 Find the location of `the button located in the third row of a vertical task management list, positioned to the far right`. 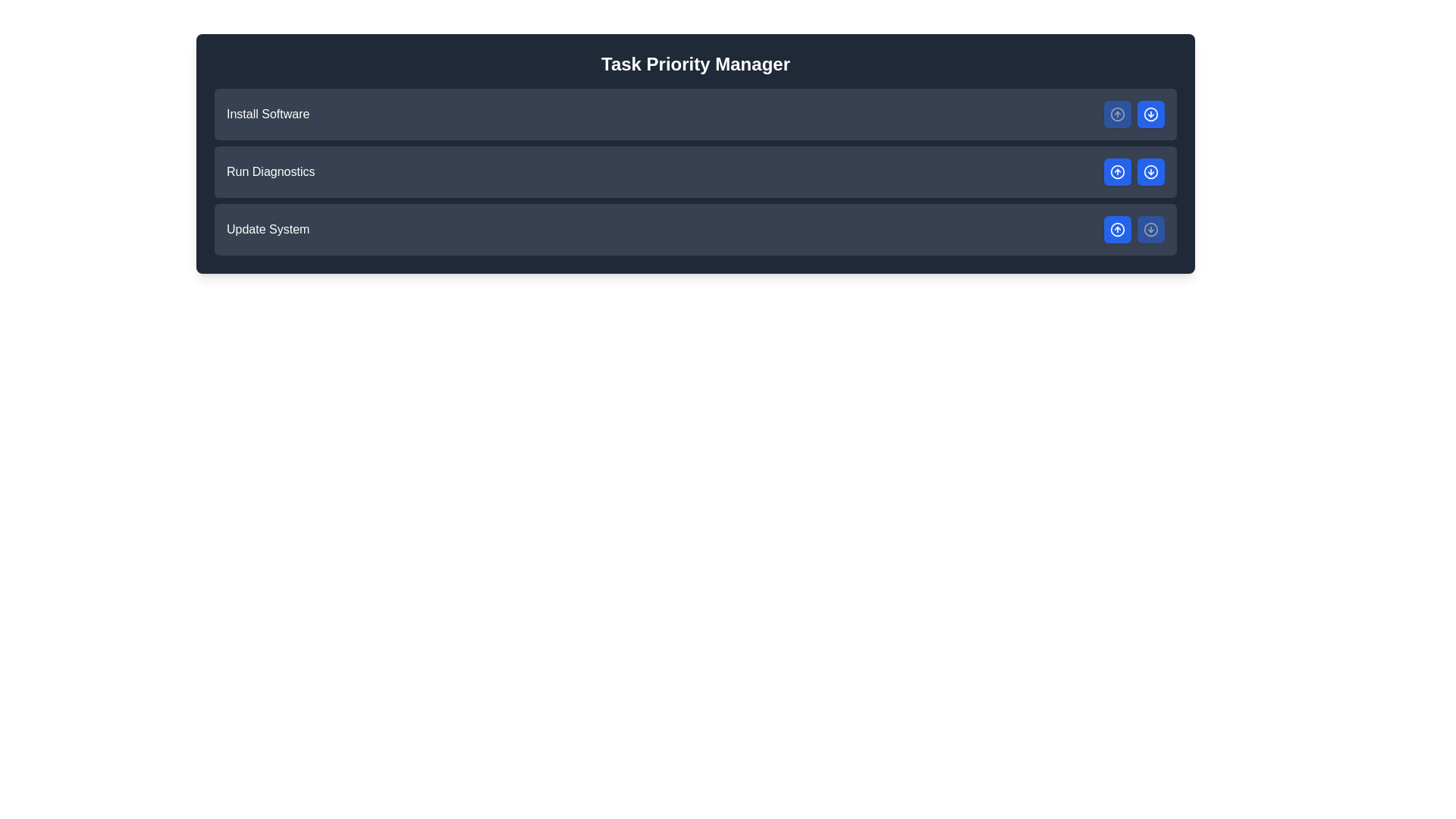

the button located in the third row of a vertical task management list, positioned to the far right is located at coordinates (1117, 230).